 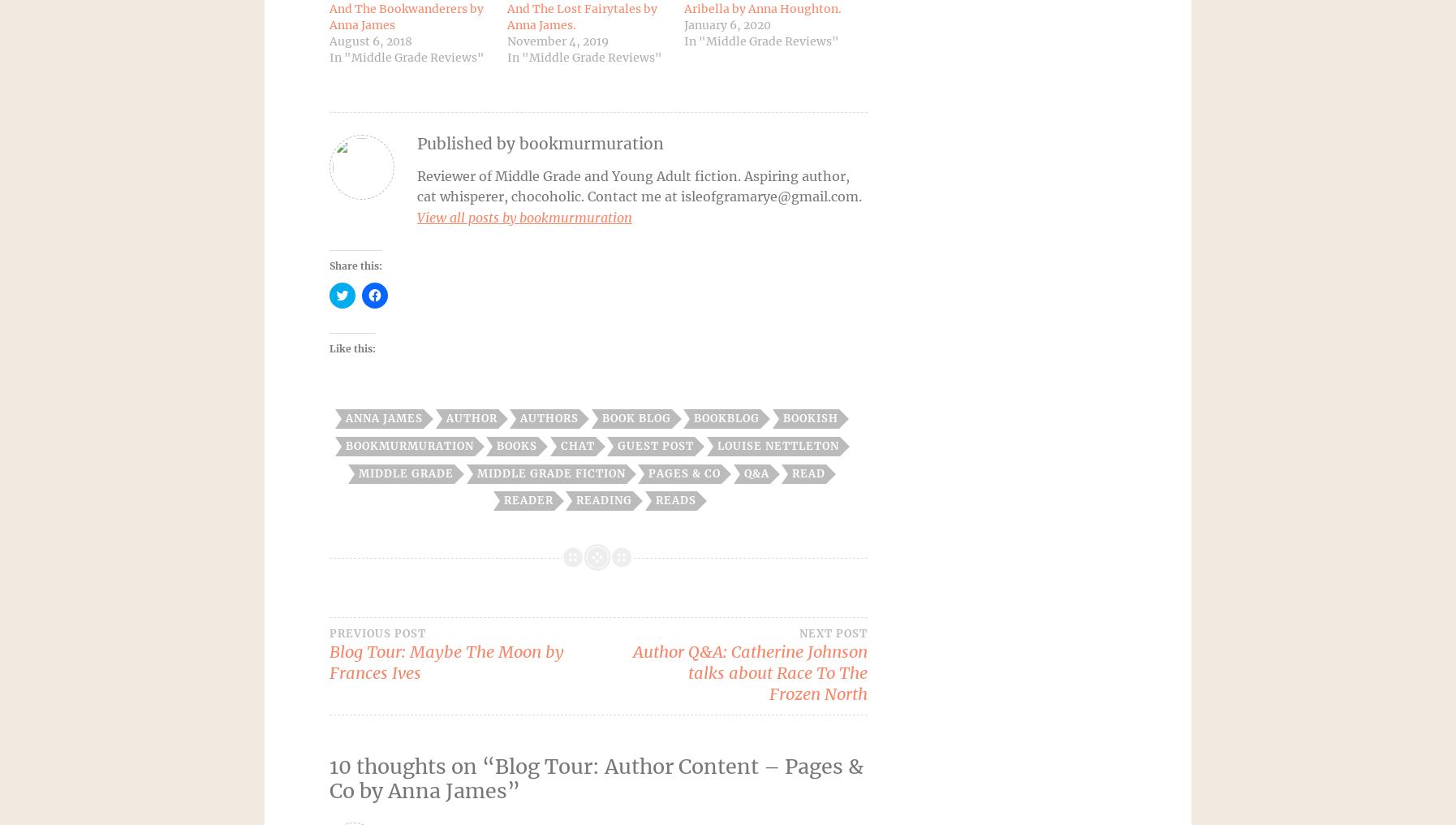 What do you see at coordinates (355, 266) in the screenshot?
I see `'Share this:'` at bounding box center [355, 266].